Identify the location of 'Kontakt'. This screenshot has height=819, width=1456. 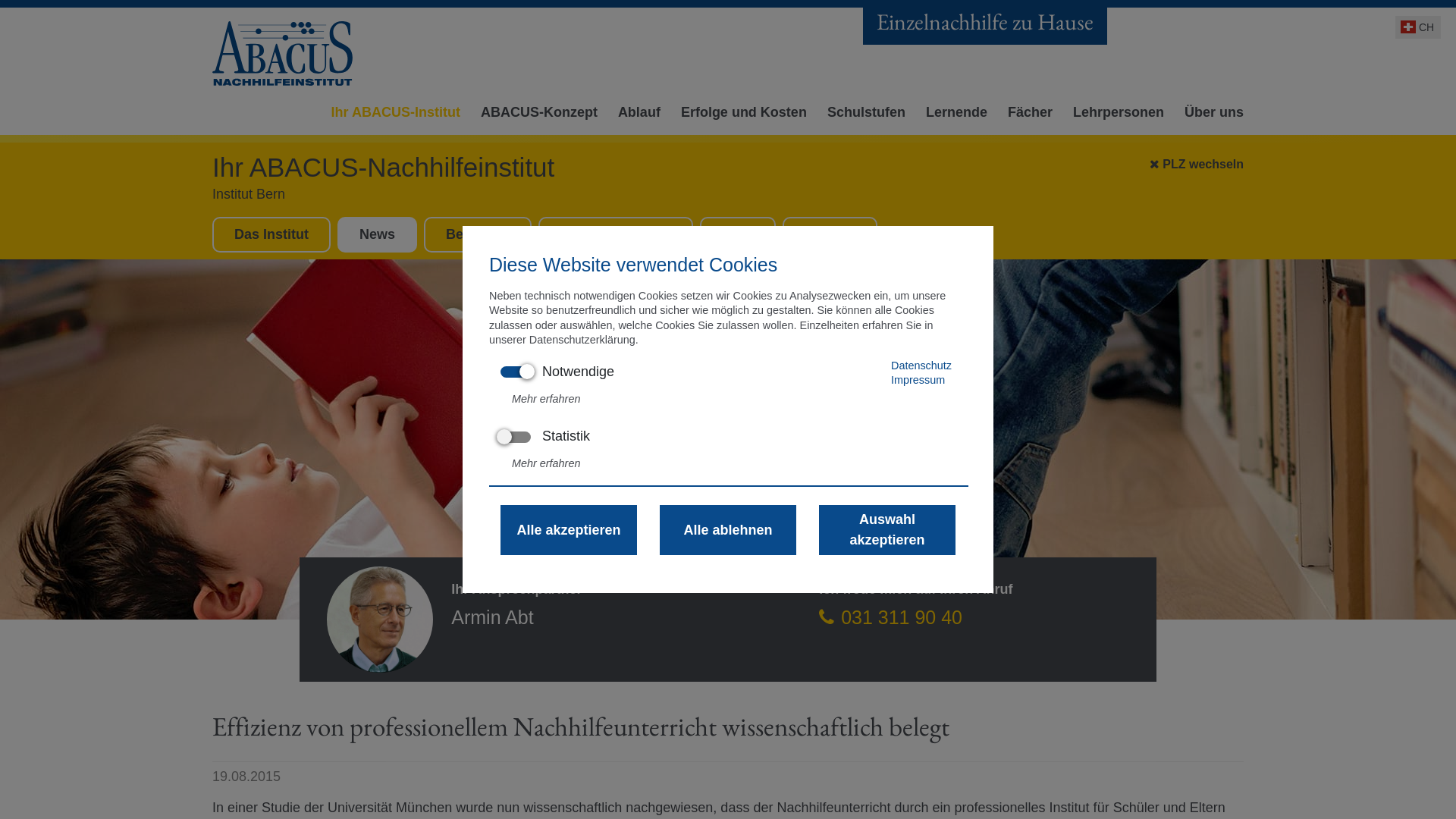
(783, 234).